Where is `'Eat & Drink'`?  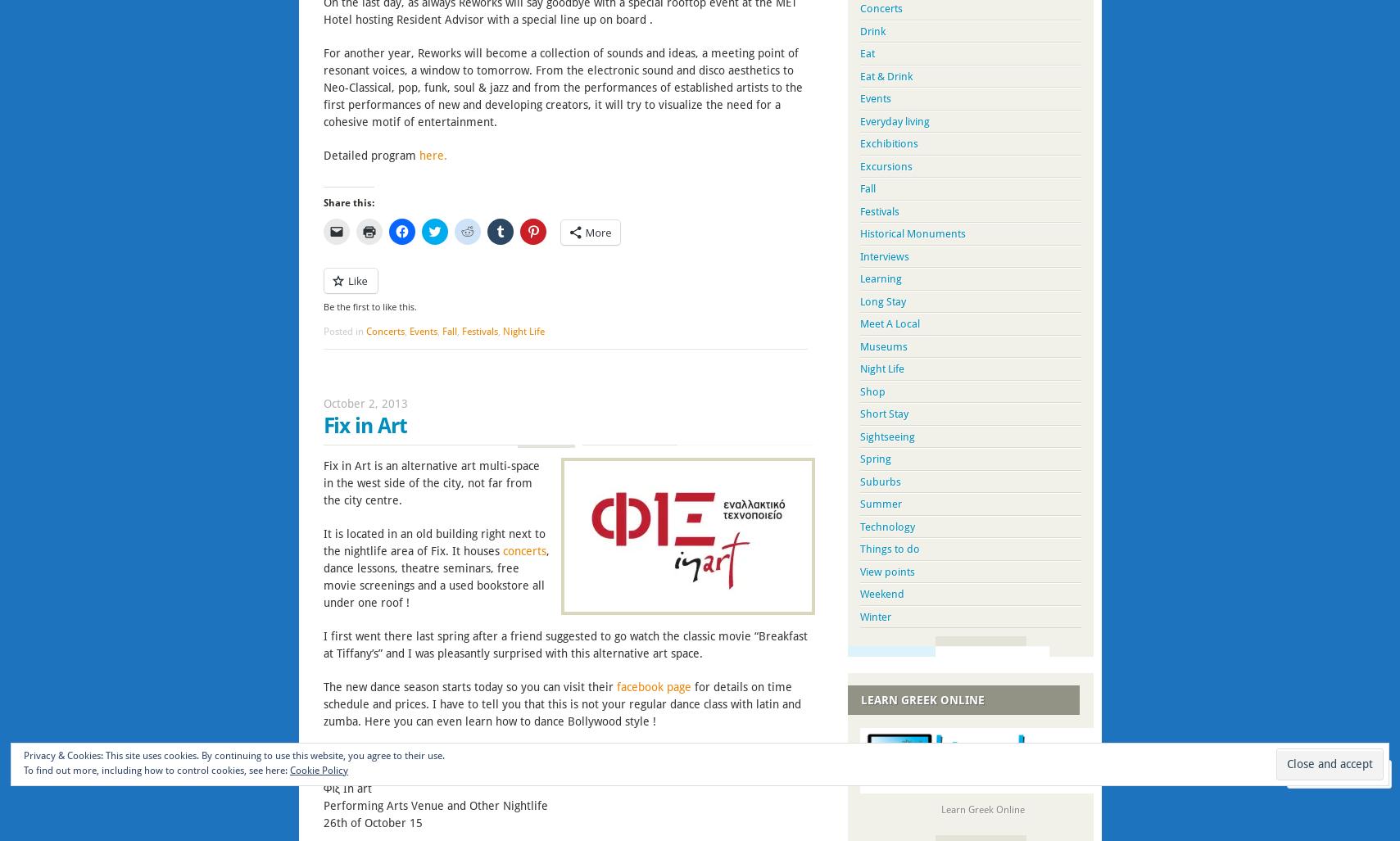
'Eat & Drink' is located at coordinates (885, 75).